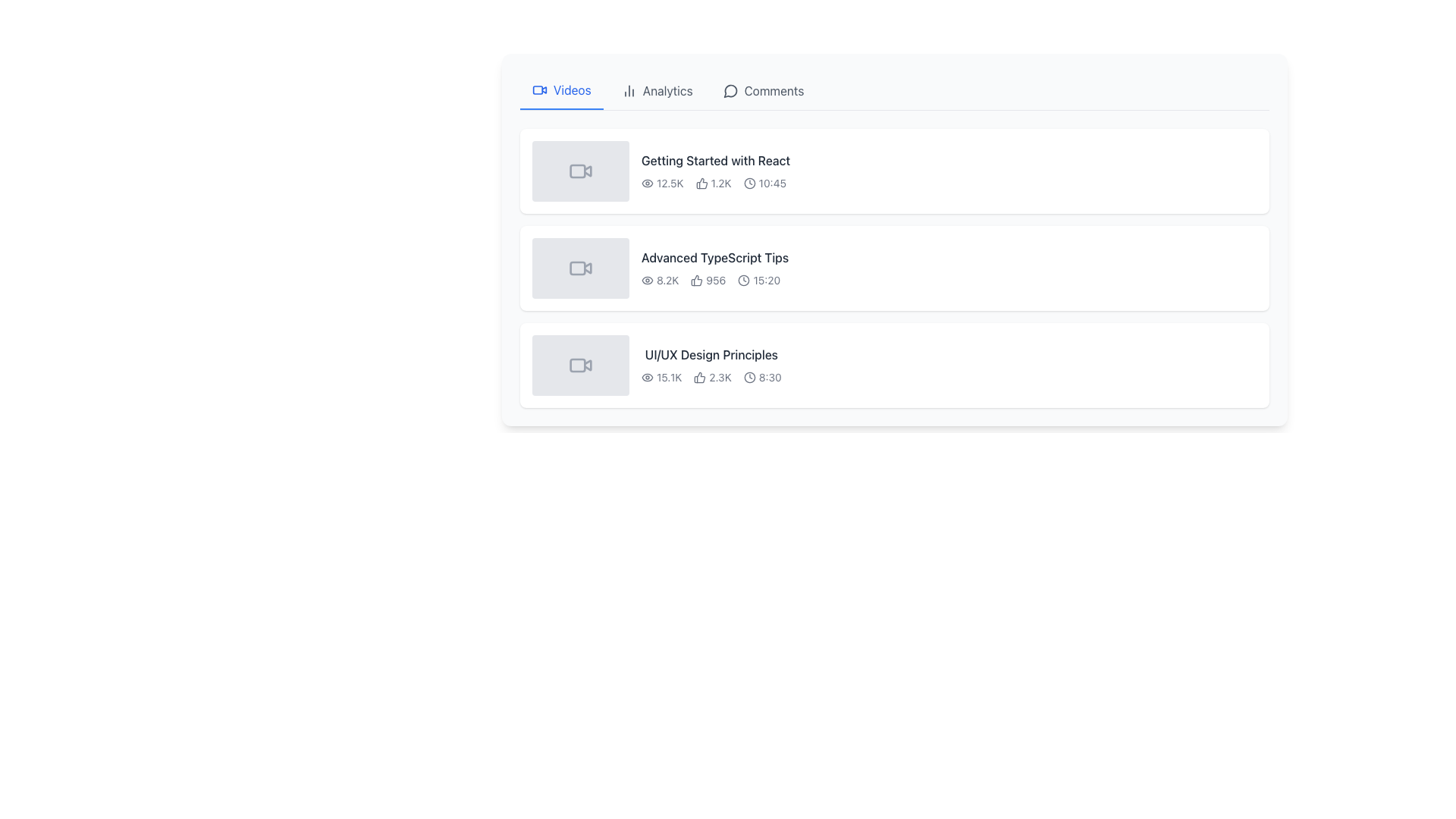 The image size is (1456, 819). I want to click on the circular SVG clock face icon located beside the timestamp of the first video entry in a list, so click(749, 183).